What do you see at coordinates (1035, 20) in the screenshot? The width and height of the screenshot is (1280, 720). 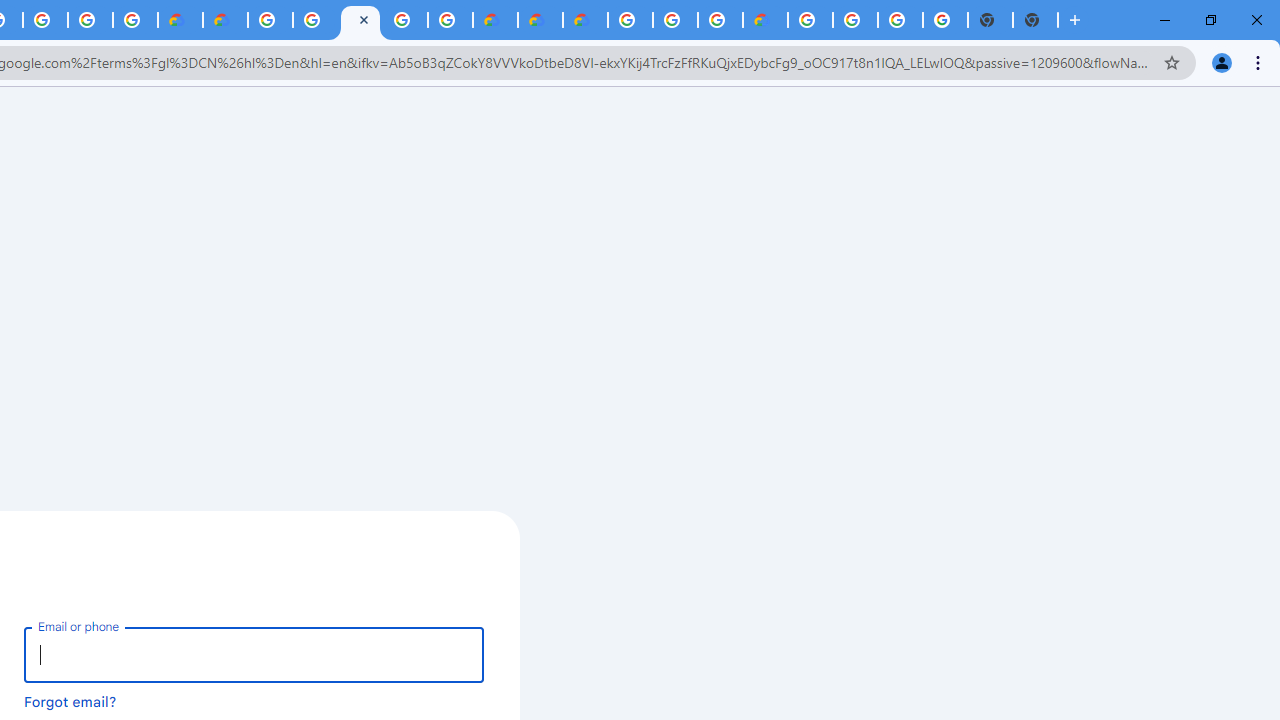 I see `'New Tab'` at bounding box center [1035, 20].